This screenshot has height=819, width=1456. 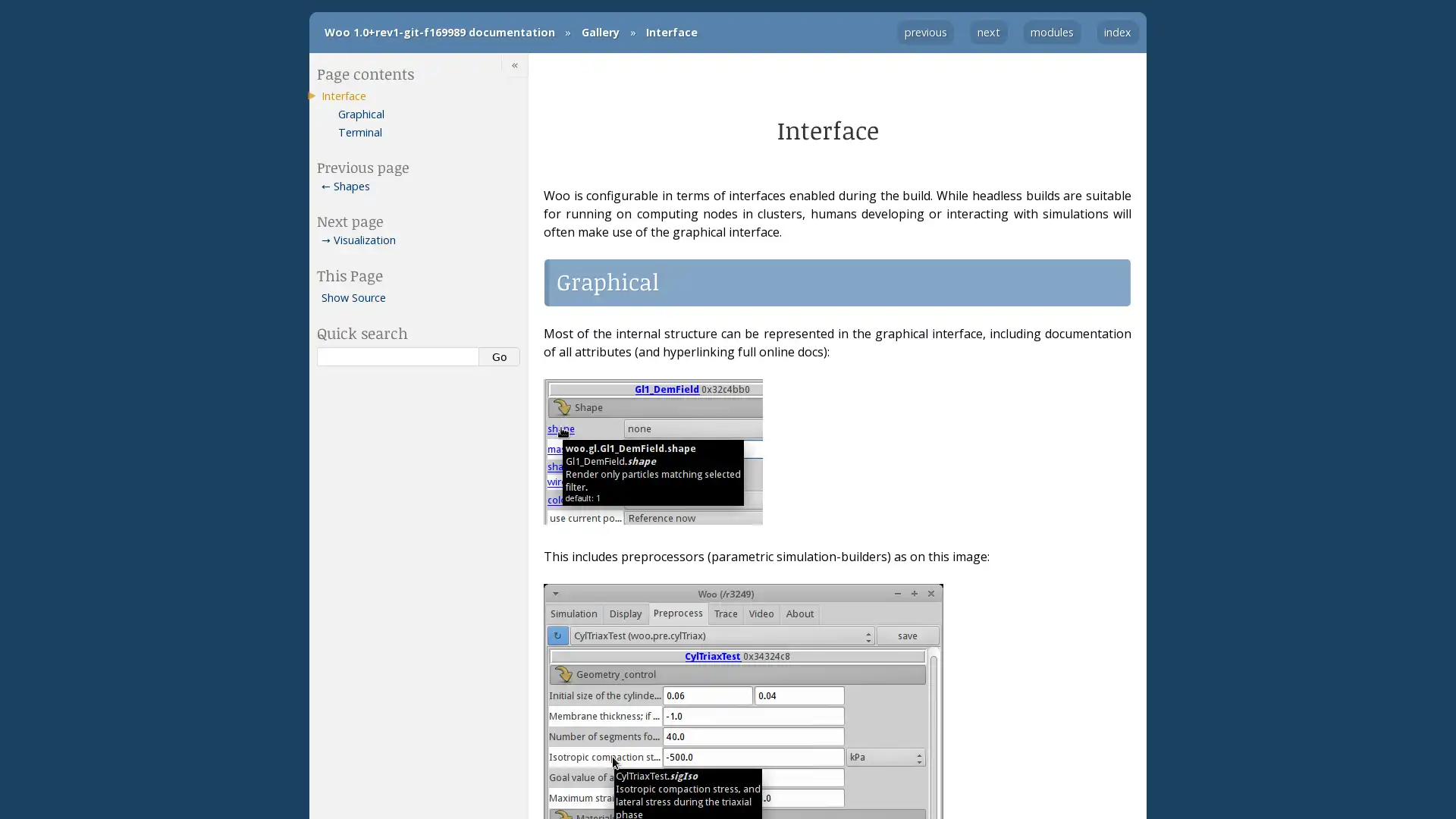 What do you see at coordinates (499, 356) in the screenshot?
I see `Go` at bounding box center [499, 356].